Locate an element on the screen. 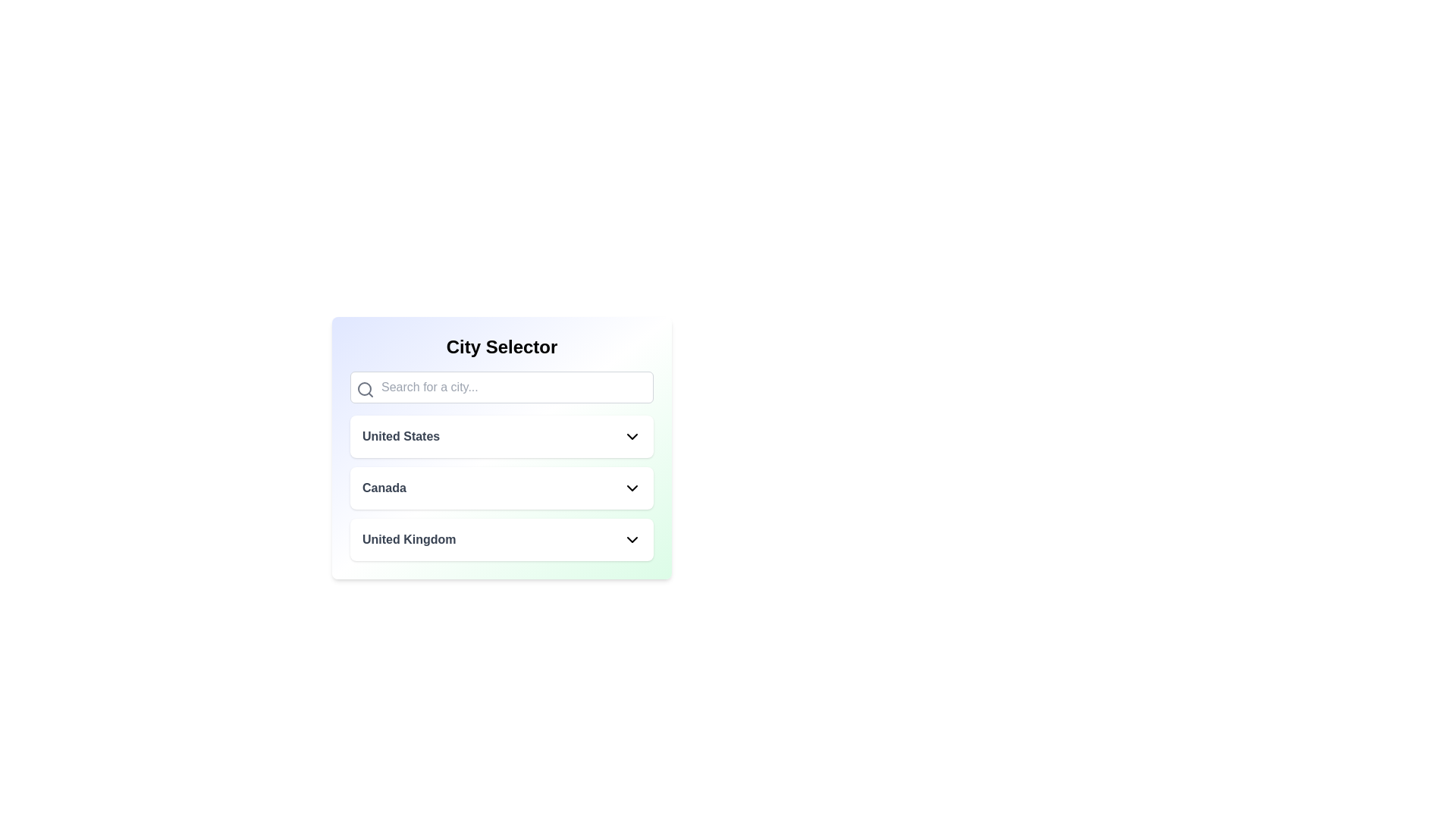 This screenshot has width=1456, height=819. the Icon button located to the far-right end of the row containing the text 'United States' is located at coordinates (632, 436).